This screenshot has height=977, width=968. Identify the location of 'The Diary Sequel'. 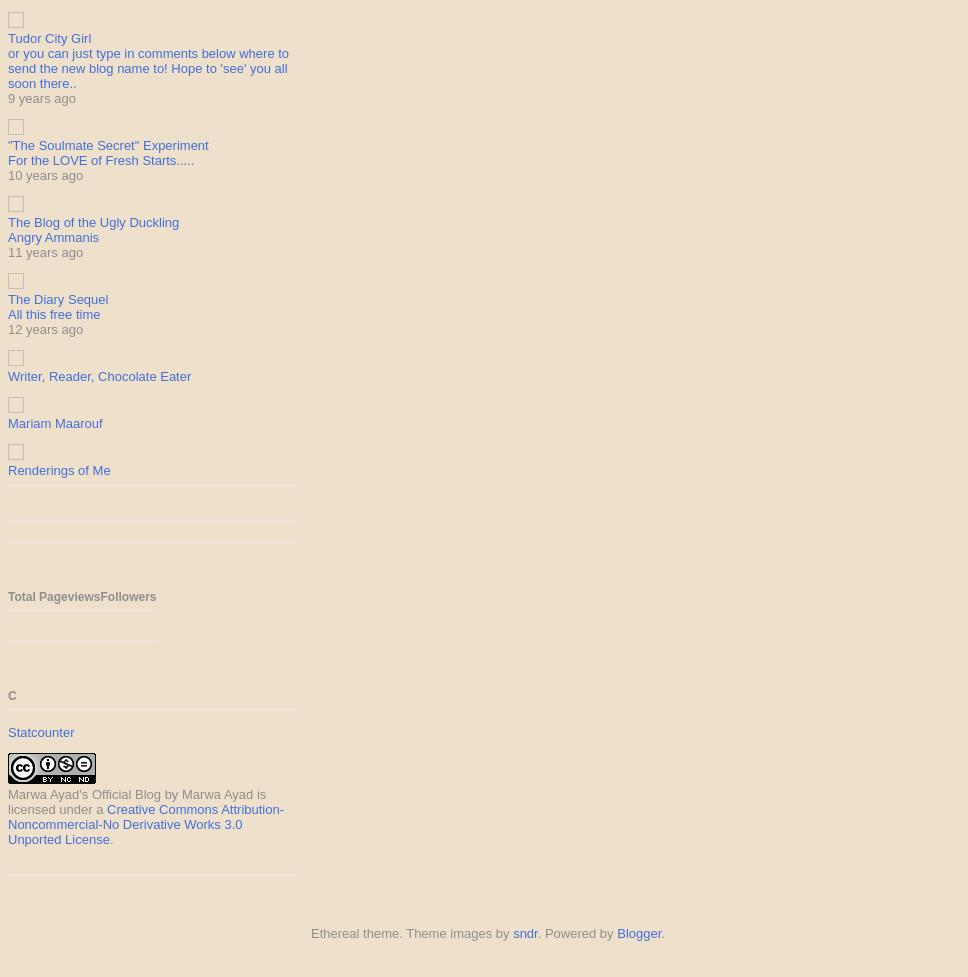
(8, 298).